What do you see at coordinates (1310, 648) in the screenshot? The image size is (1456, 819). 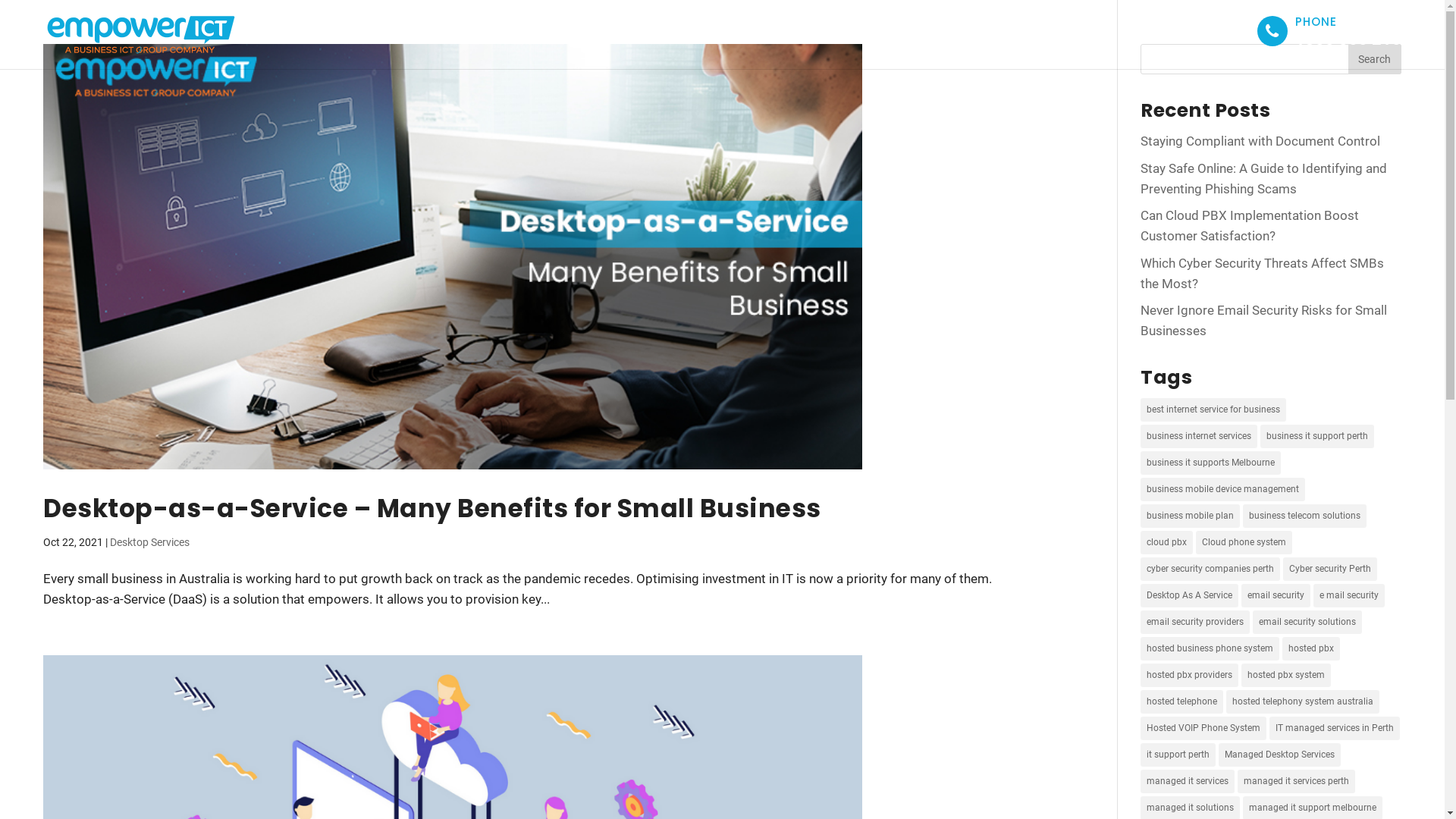 I see `'hosted pbx'` at bounding box center [1310, 648].